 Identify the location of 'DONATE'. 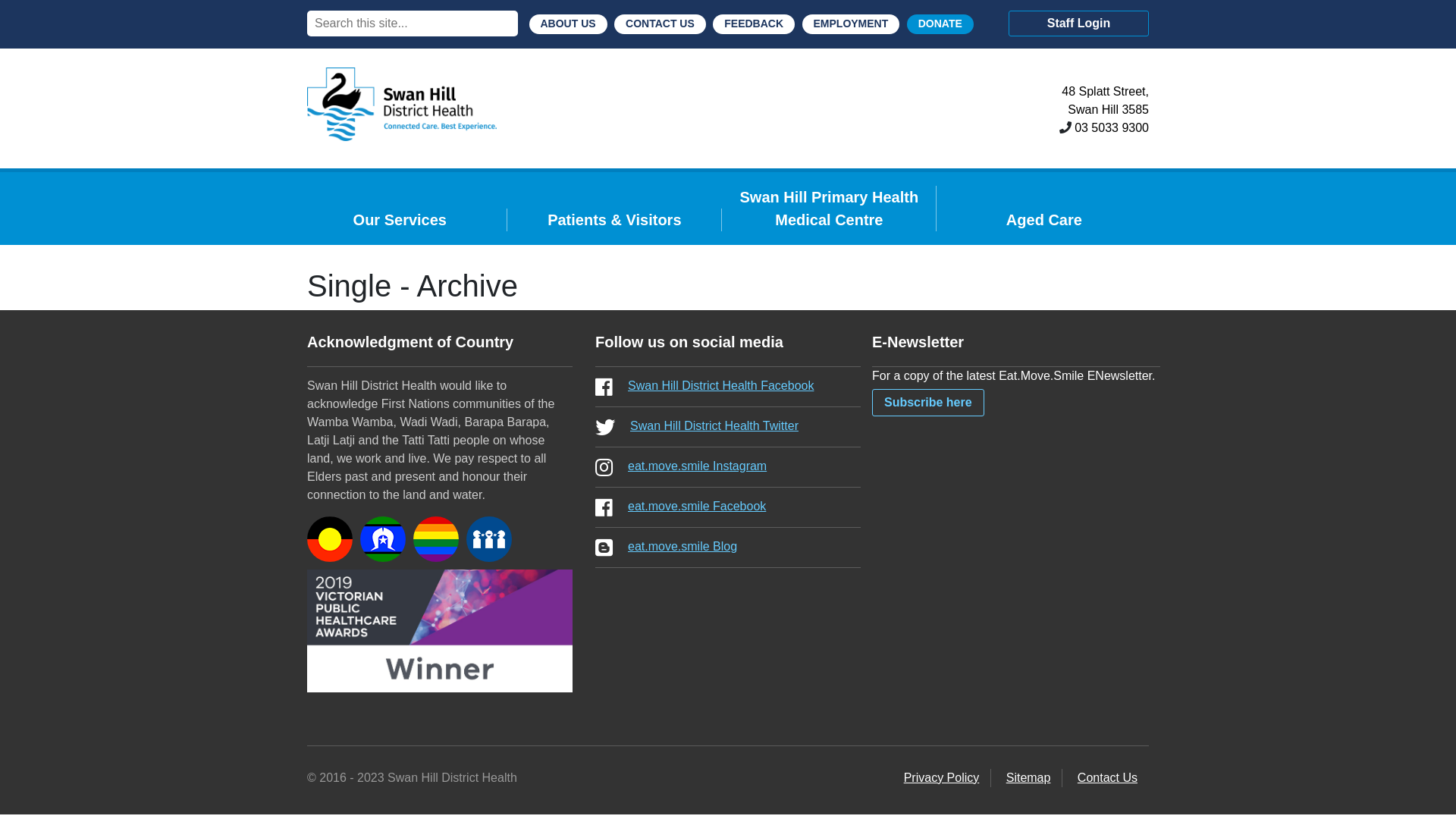
(939, 24).